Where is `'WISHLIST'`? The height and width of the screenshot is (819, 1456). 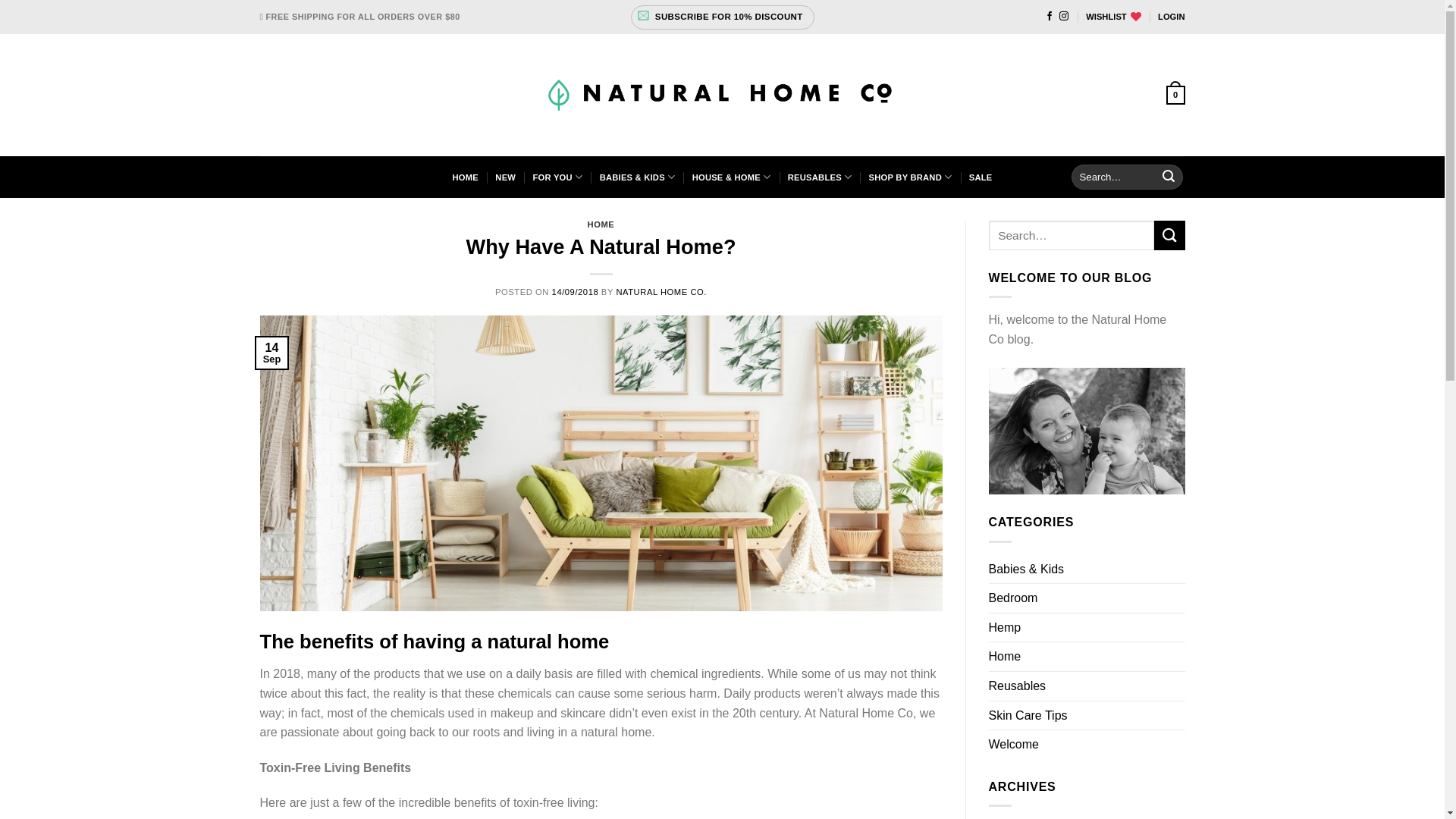
'WISHLIST' is located at coordinates (1084, 17).